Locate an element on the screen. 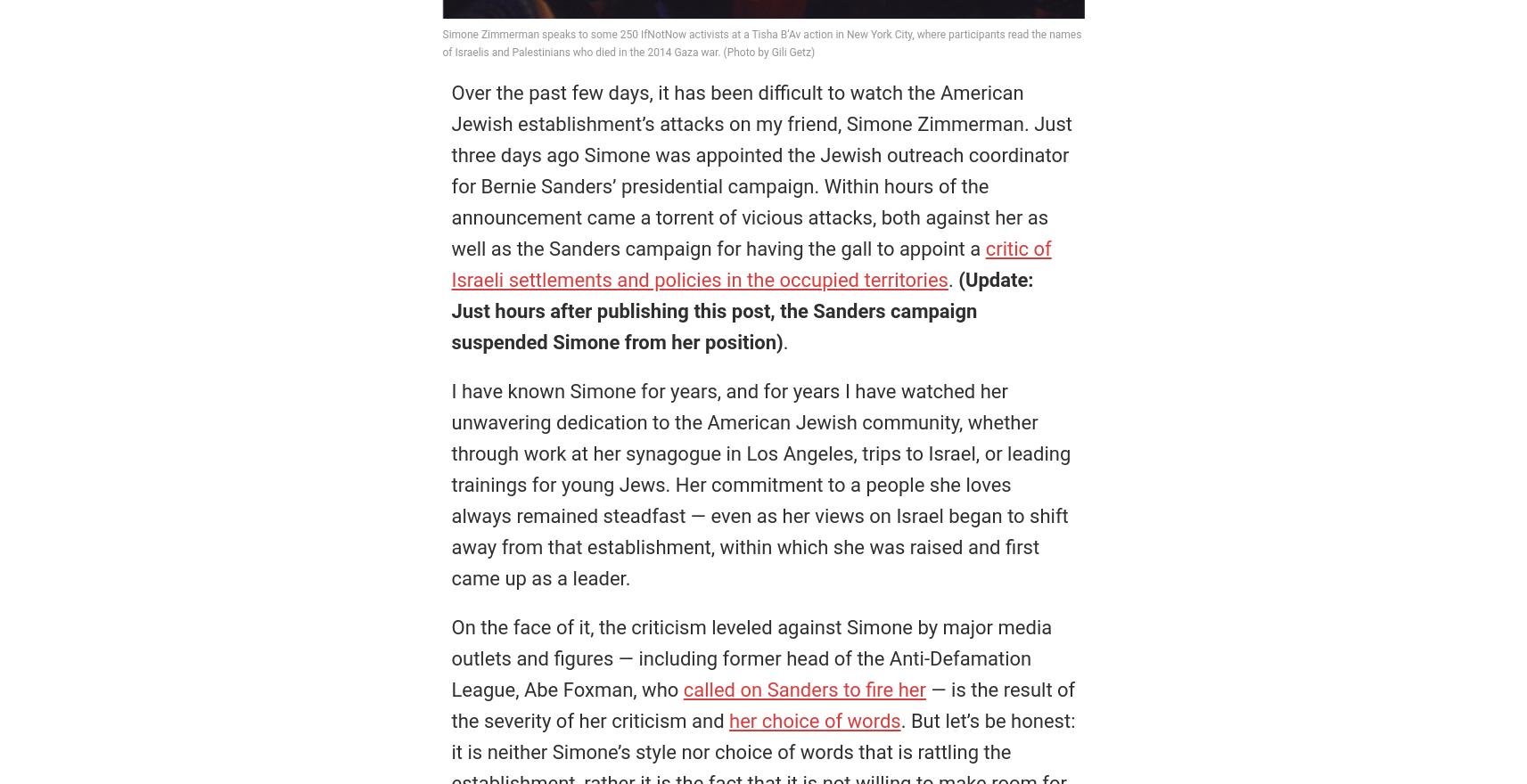 The width and height of the screenshot is (1527, 784). 'I have known Simone for years, and for years I have watched her unwavering dedication to the American Jewish community, whether through work at her synagogue in Los Angeles, trips to Israel, or leading trainings for young Jews. Her commitment to a people she loves always remained steadfast — even as her views on Israel began to shift away from that establishment, within which she was raised and first came up as a leader.' is located at coordinates (759, 484).